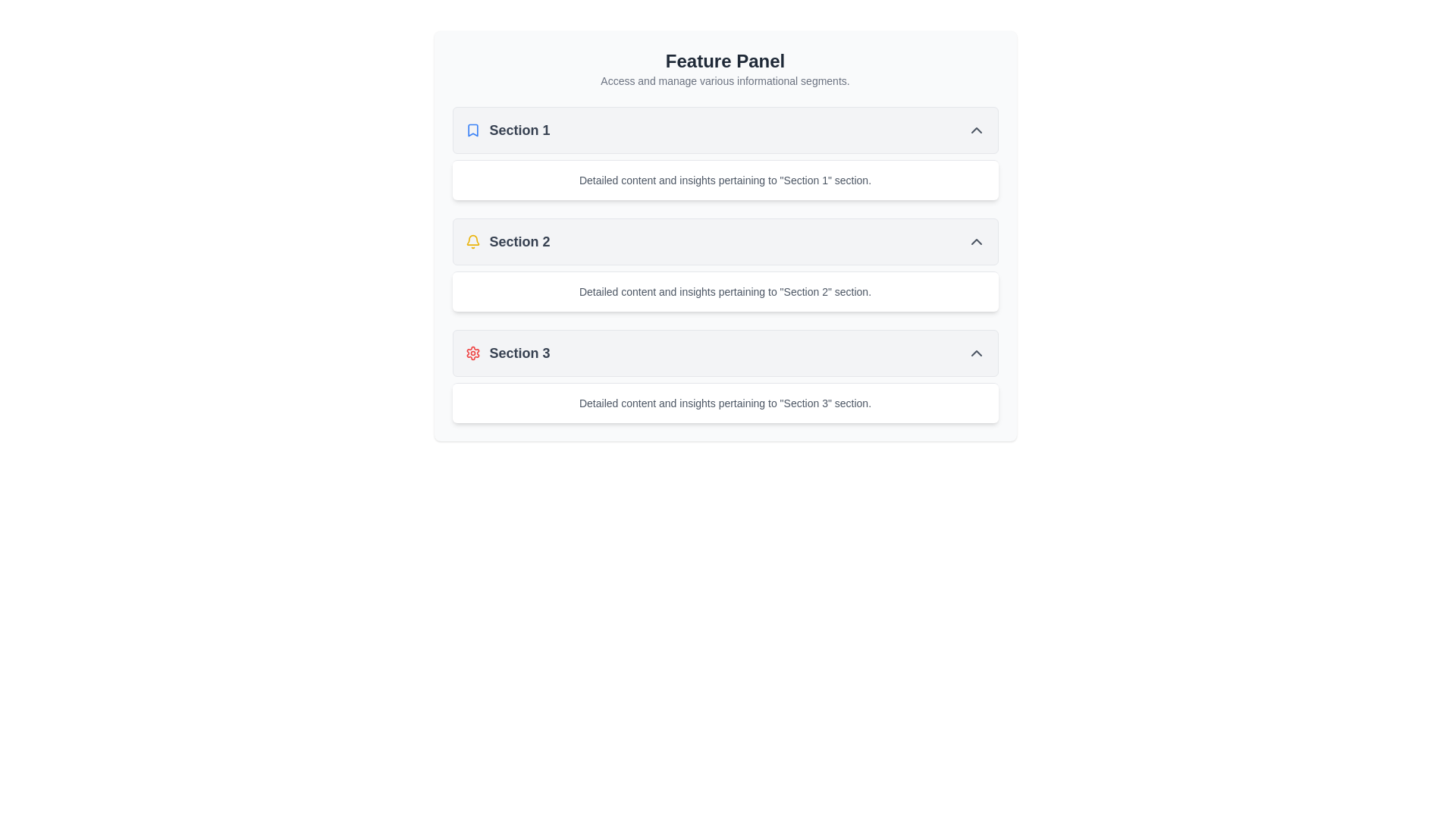  I want to click on the Text Label that serves as the title or heading for the section, positioned above the subtitle 'Access and manage various informational segments.', so click(724, 61).